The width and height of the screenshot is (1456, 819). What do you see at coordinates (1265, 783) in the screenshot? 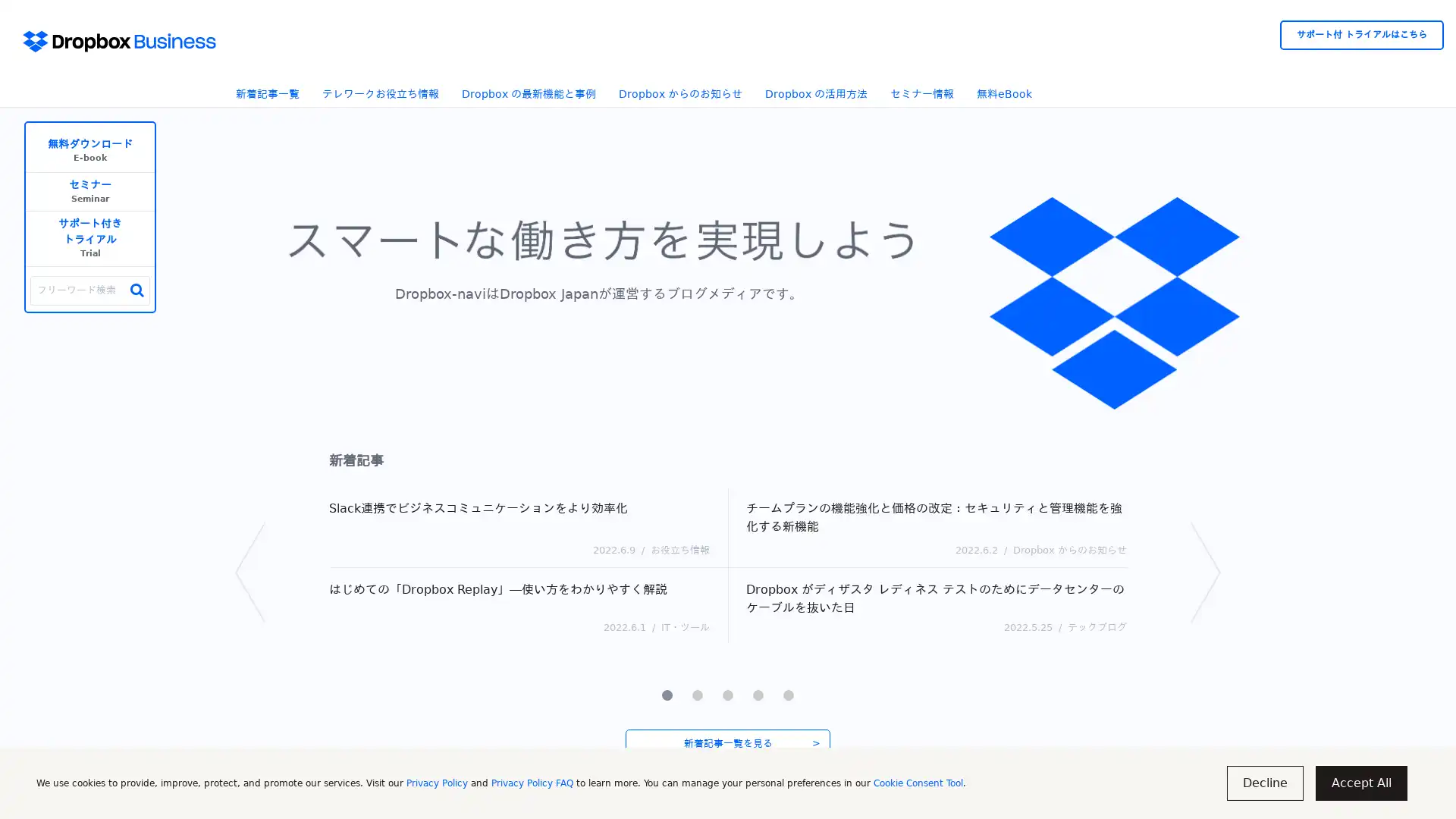
I see `Decline` at bounding box center [1265, 783].